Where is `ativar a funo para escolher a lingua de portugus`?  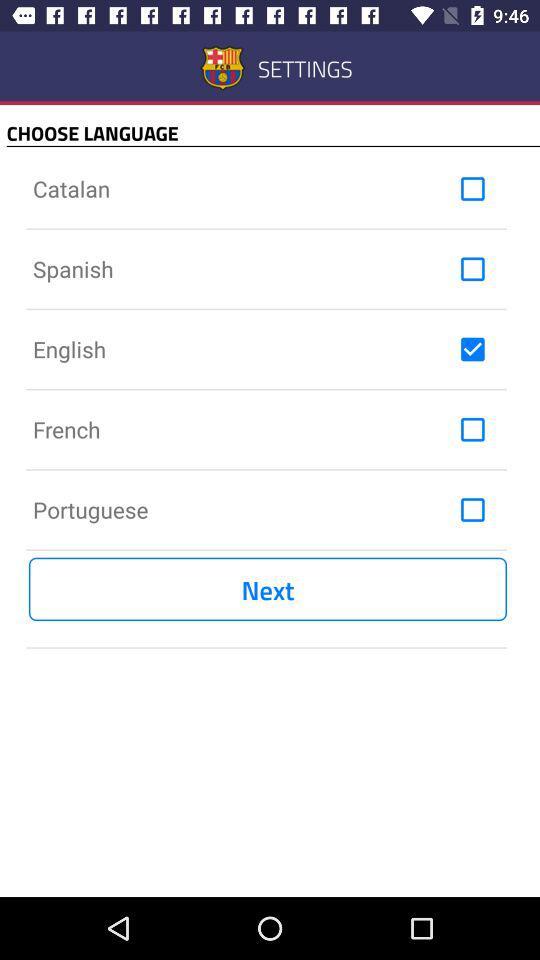 ativar a funo para escolher a lingua de portugus is located at coordinates (472, 508).